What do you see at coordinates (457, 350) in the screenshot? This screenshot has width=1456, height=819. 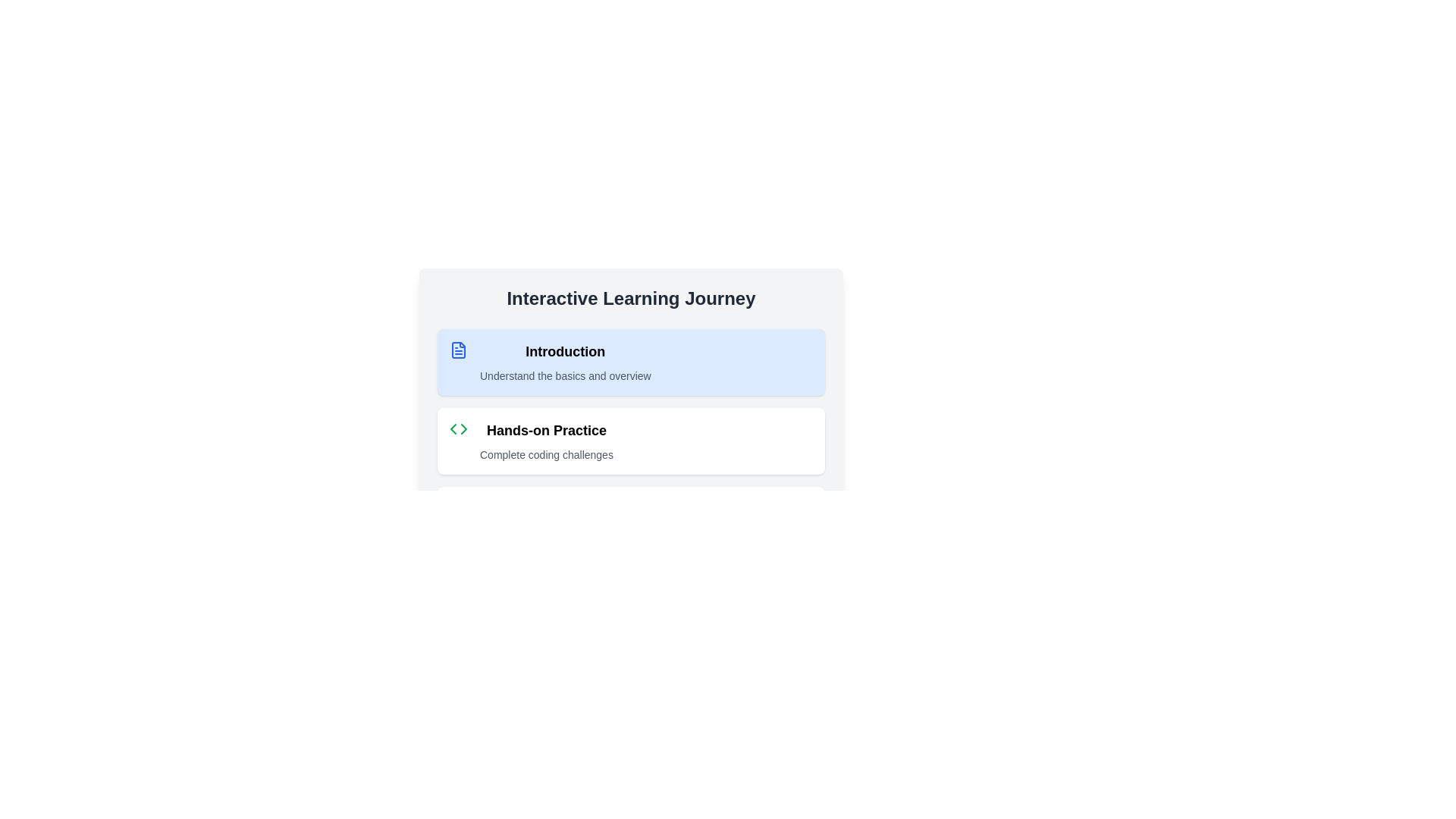 I see `the blue document icon located next to the 'Introduction' title` at bounding box center [457, 350].